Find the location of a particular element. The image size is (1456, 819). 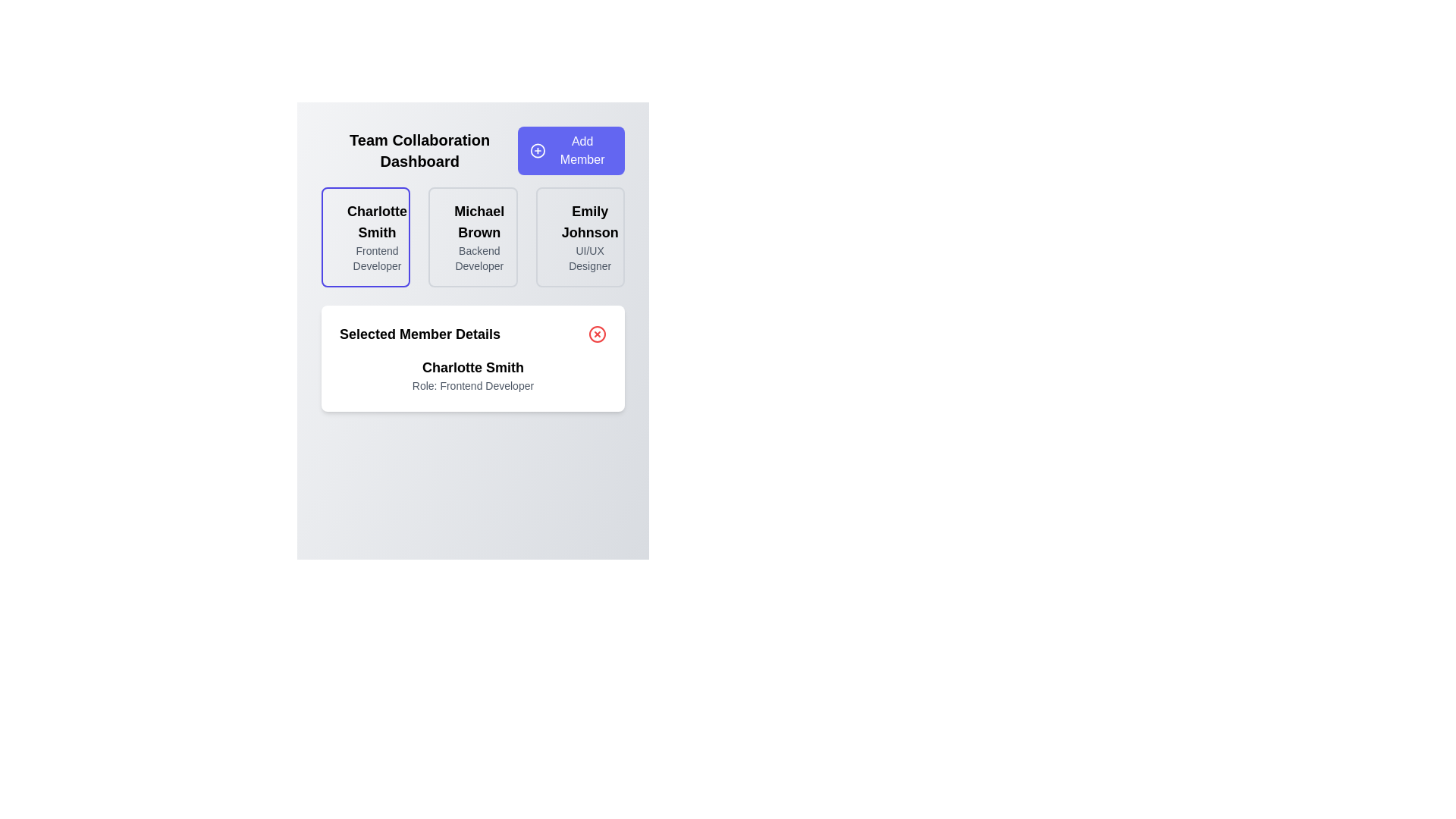

the name in the Text Display Component located in the leftmost card of the three cards in the grid is located at coordinates (366, 237).